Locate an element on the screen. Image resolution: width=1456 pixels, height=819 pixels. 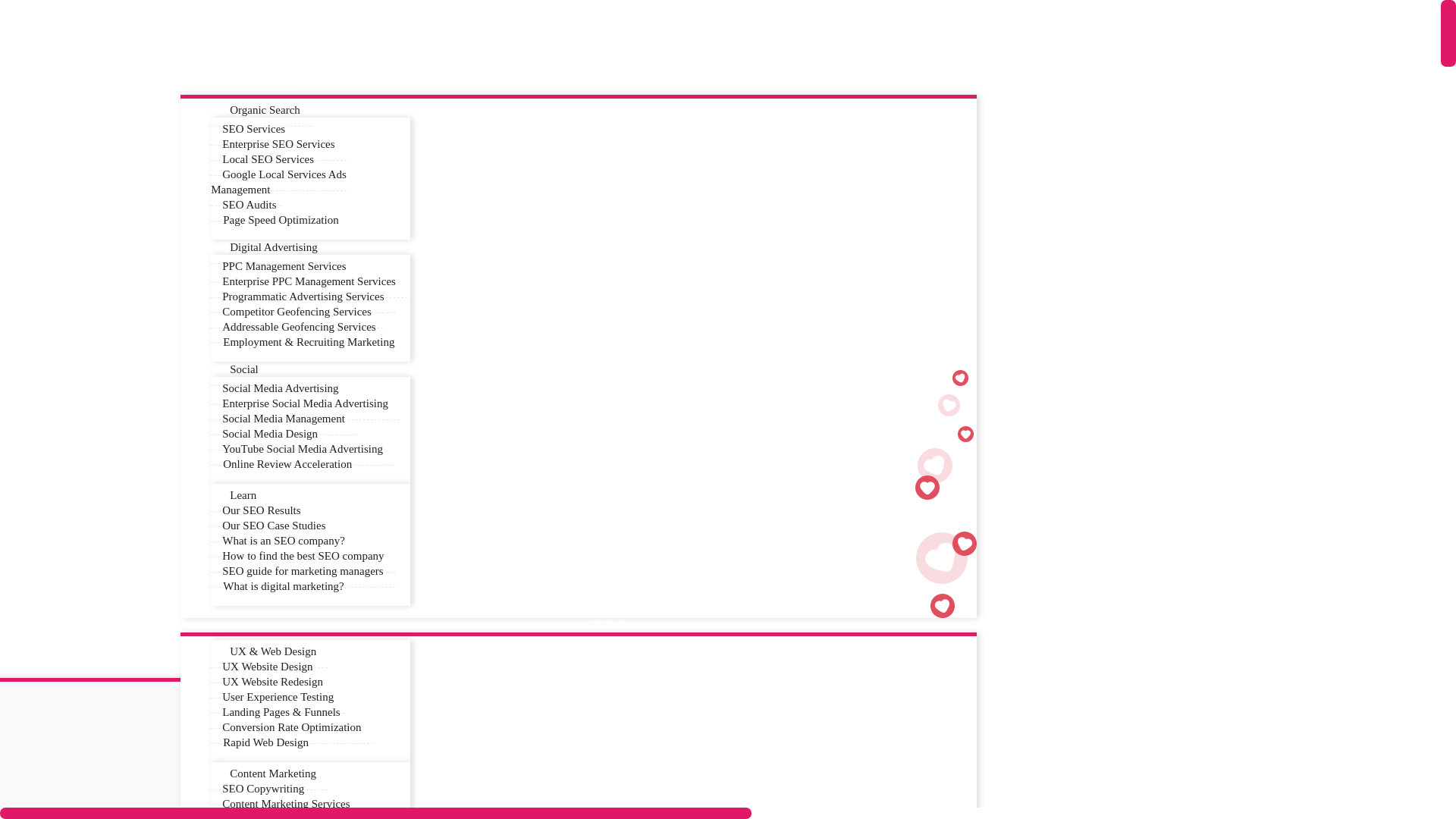
'Google Local Services Ads Management' is located at coordinates (278, 181).